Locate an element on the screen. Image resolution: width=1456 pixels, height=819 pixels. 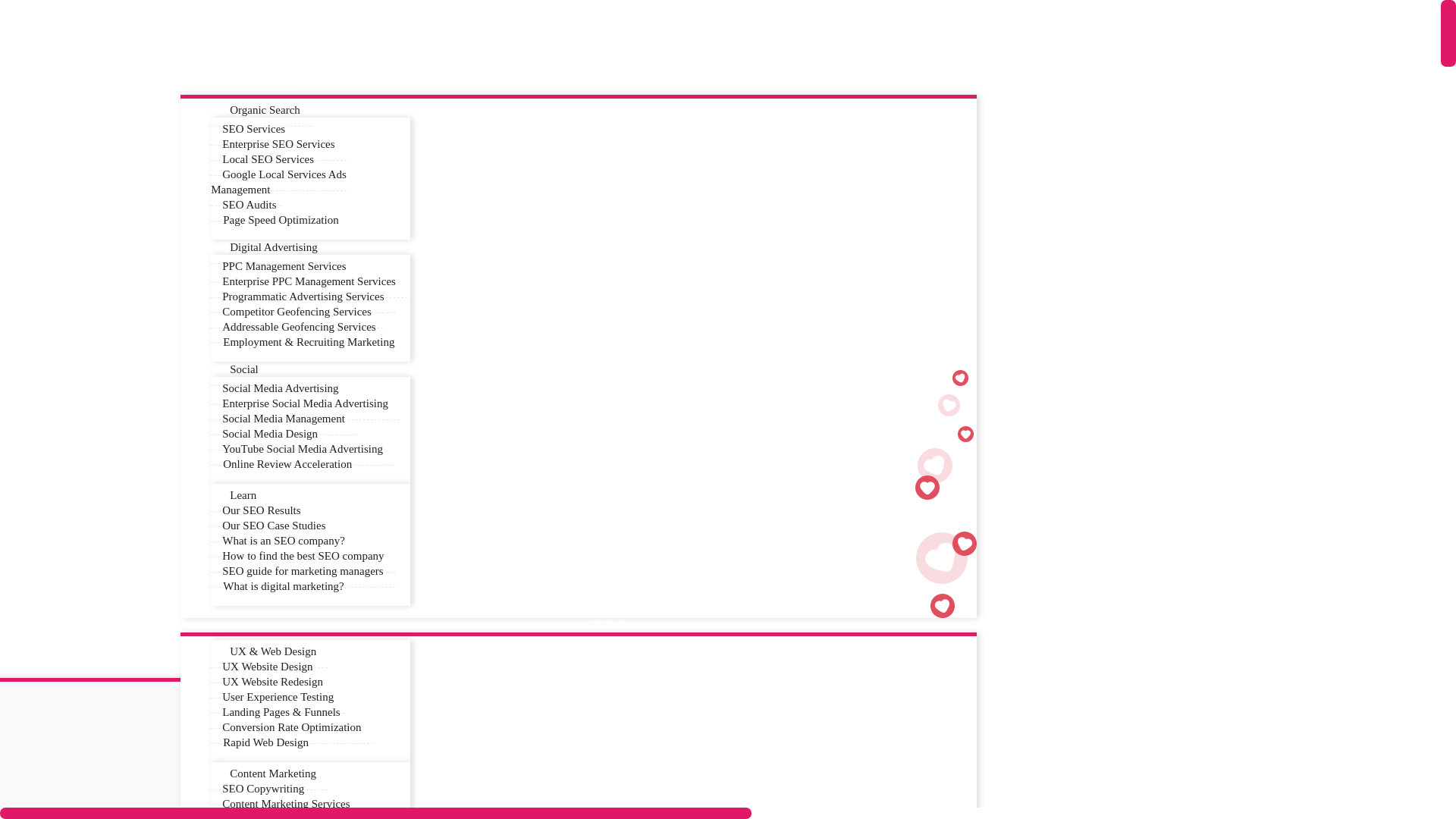
'Google Local Services Ads Management' is located at coordinates (278, 181).